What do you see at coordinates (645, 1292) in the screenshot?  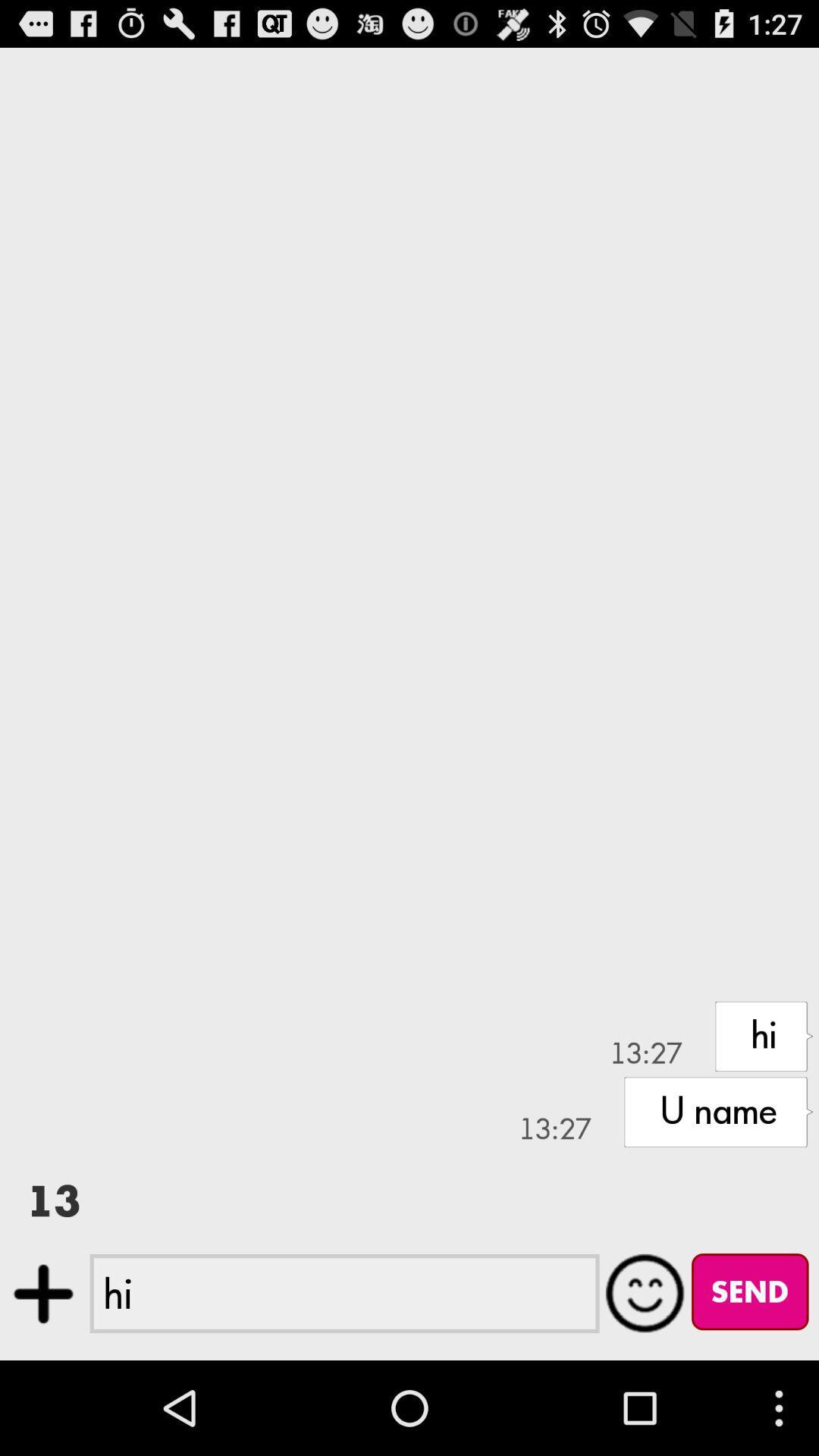 I see `emoji selection` at bounding box center [645, 1292].